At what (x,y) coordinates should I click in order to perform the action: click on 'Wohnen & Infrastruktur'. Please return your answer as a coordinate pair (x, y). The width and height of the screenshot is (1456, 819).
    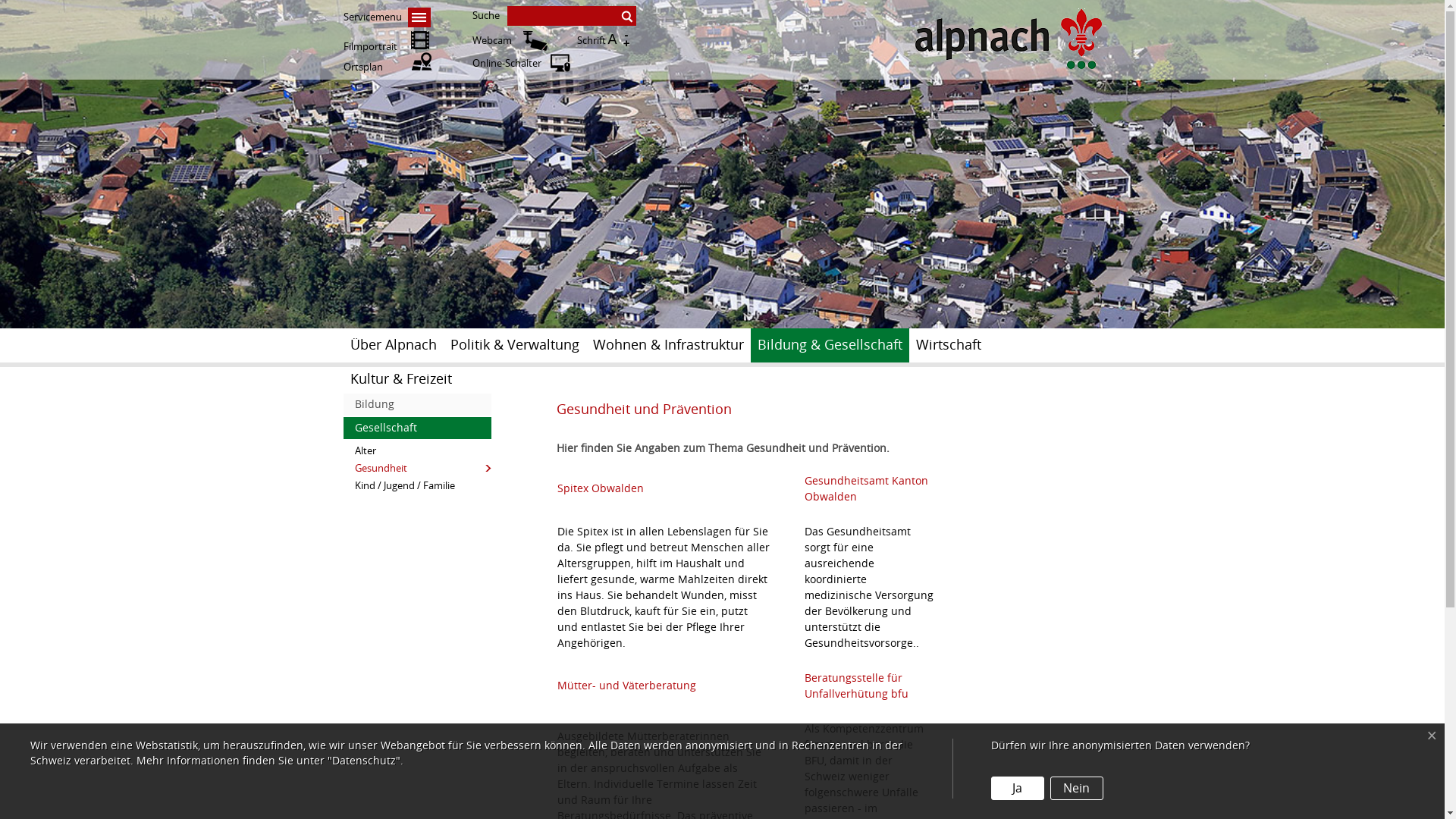
    Looking at the image, I should click on (667, 345).